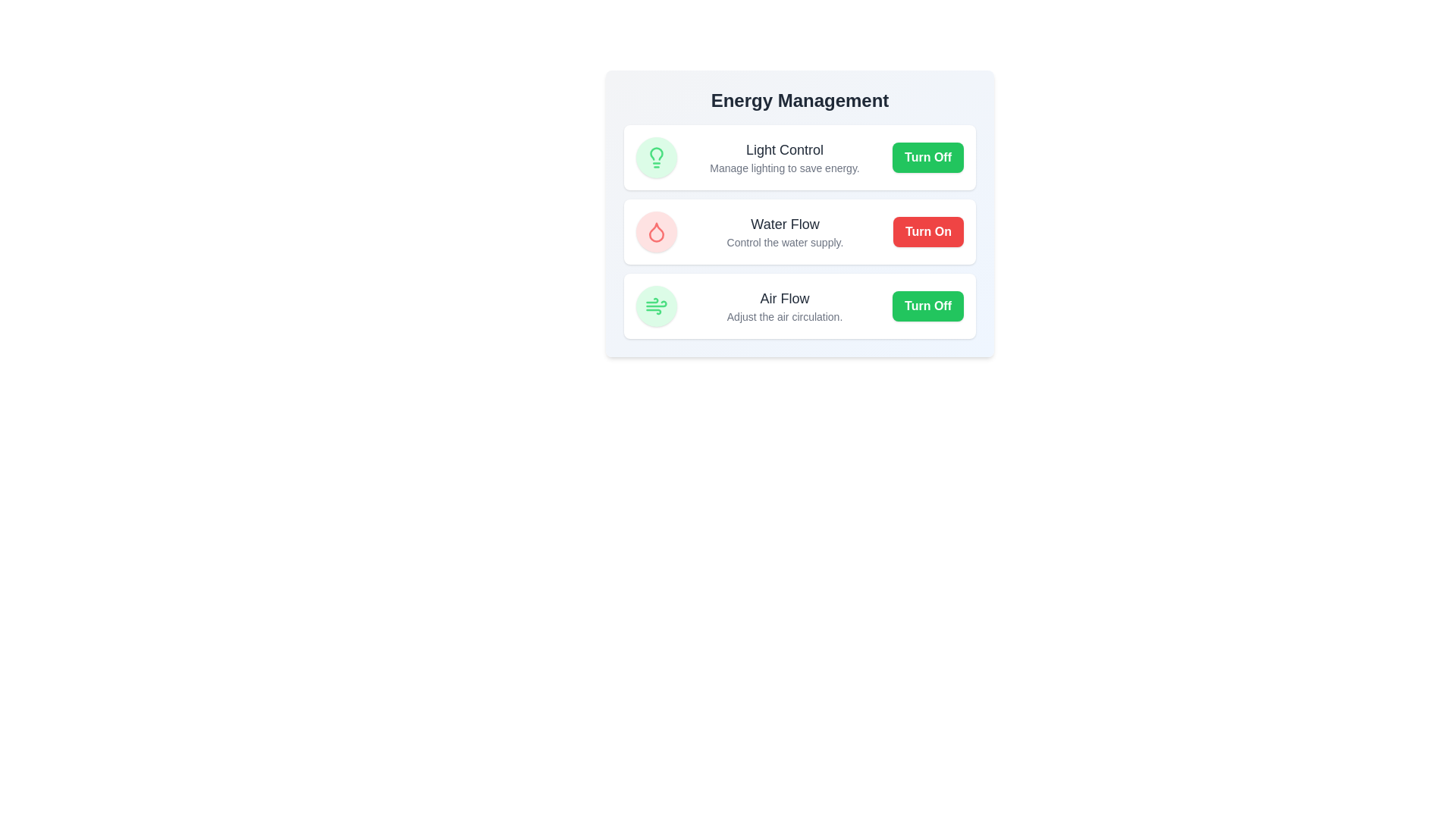  What do you see at coordinates (656, 231) in the screenshot?
I see `the 'Water Flow' control icon located within the 'Water Flow' card under the 'Energy Management' header` at bounding box center [656, 231].